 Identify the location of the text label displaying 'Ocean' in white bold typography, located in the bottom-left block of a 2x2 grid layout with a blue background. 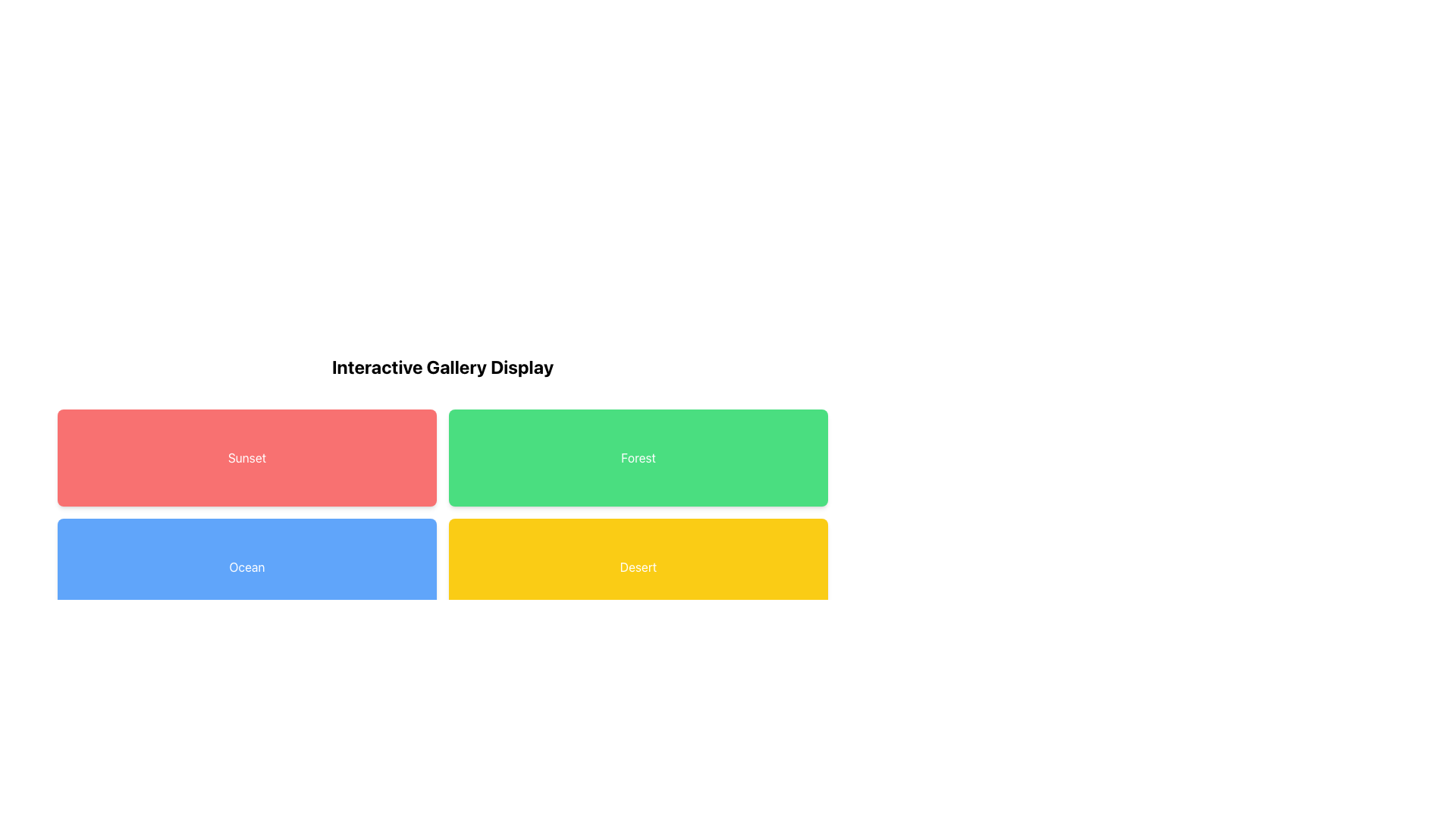
(247, 567).